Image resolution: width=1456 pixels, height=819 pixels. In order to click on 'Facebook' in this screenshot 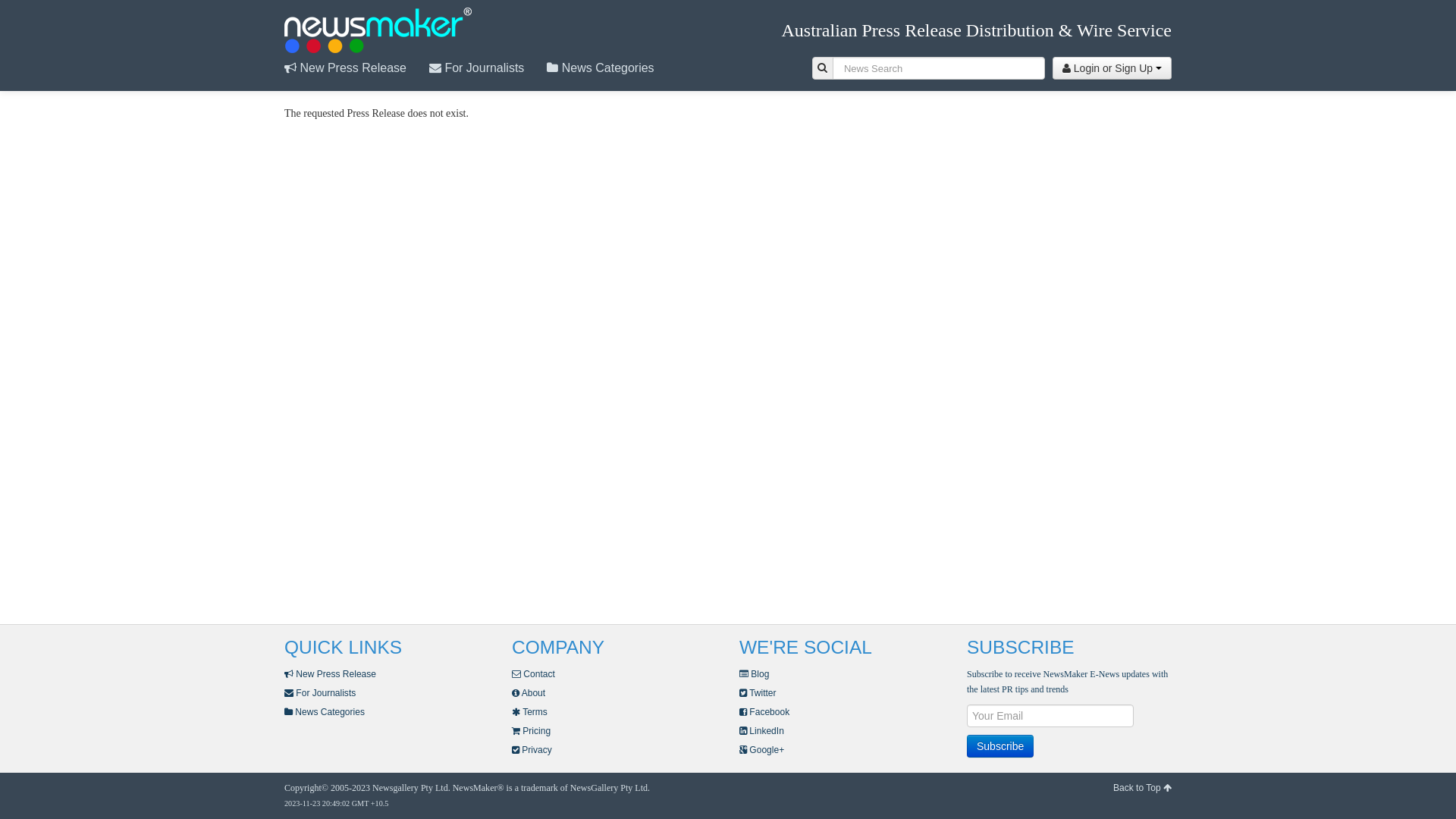, I will do `click(764, 711)`.